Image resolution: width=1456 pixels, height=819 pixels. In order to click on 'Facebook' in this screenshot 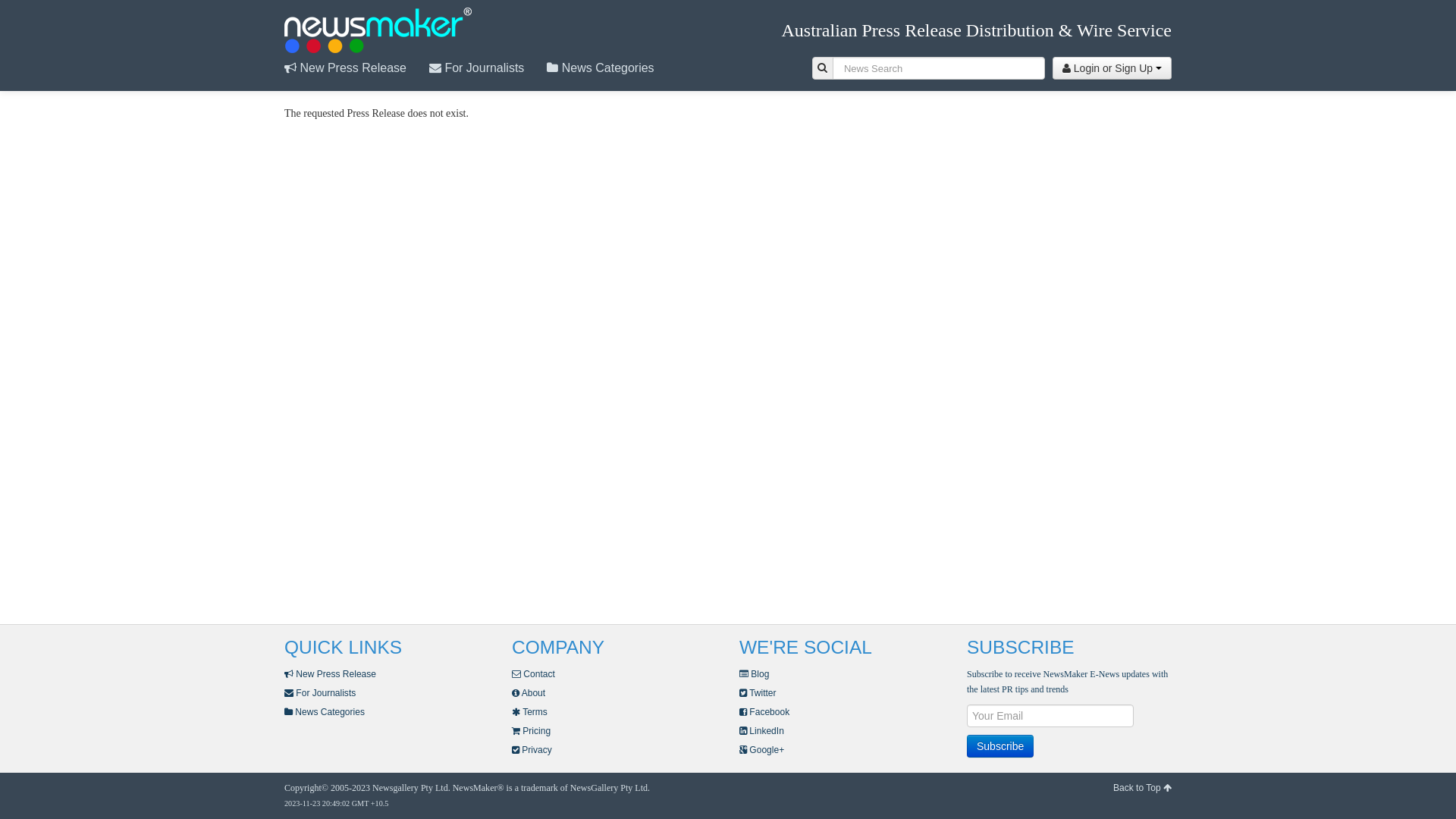, I will do `click(764, 711)`.